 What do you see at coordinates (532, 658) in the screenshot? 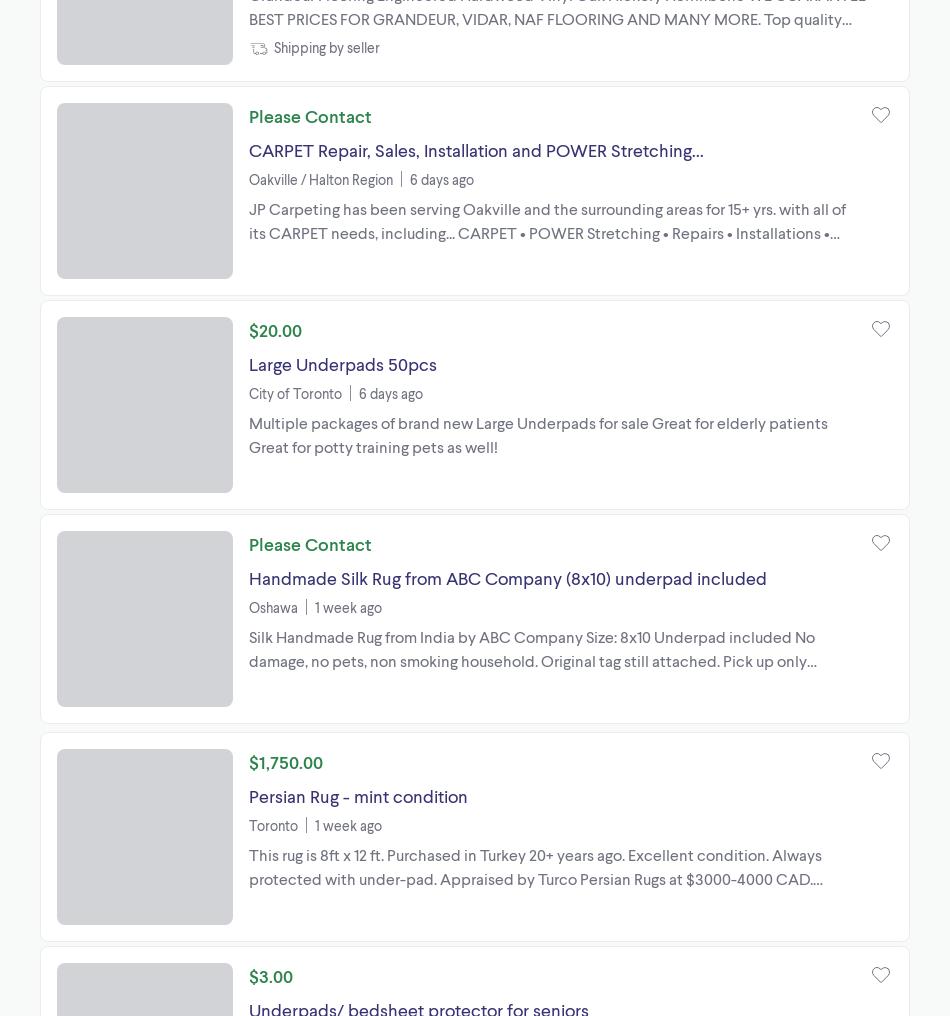
I see `'Silk Handmade Rug from India by ABC Company Size: 8x10 Underpad included No damage, no pets, non smoking household. Original tag still attached. Pick up only please.'` at bounding box center [532, 658].